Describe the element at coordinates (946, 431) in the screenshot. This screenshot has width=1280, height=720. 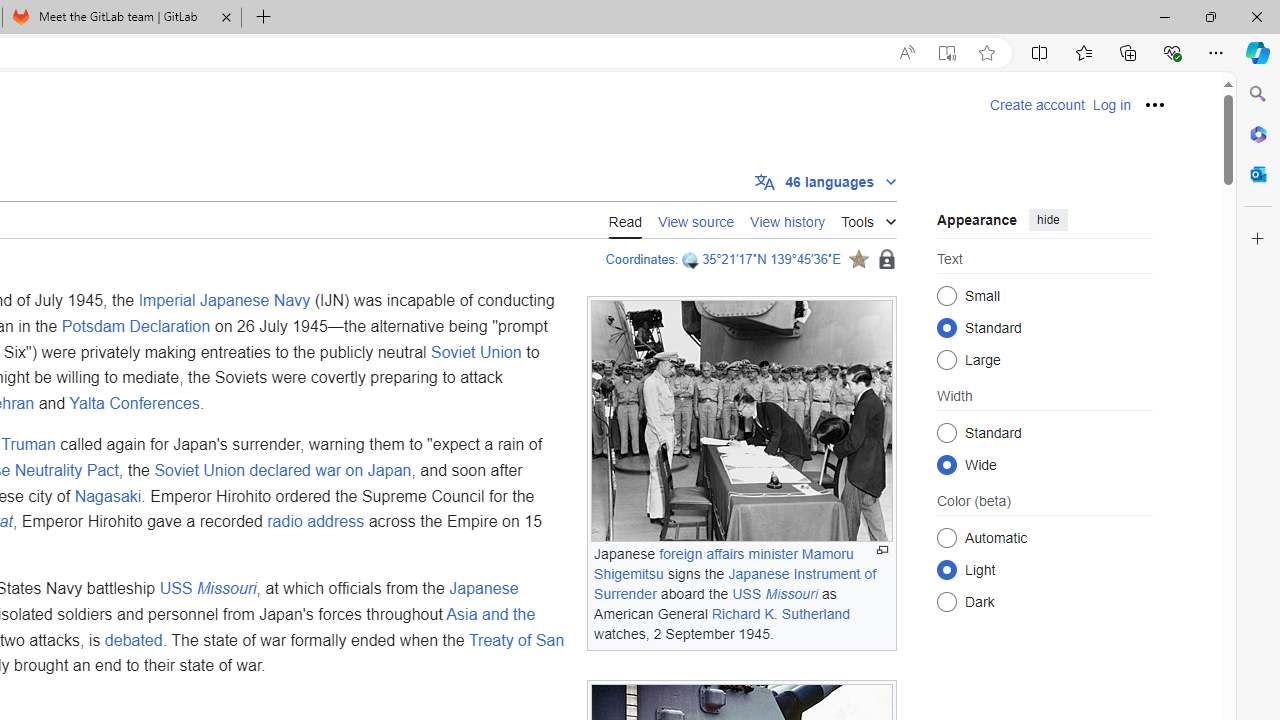
I see `'Standard'` at that location.